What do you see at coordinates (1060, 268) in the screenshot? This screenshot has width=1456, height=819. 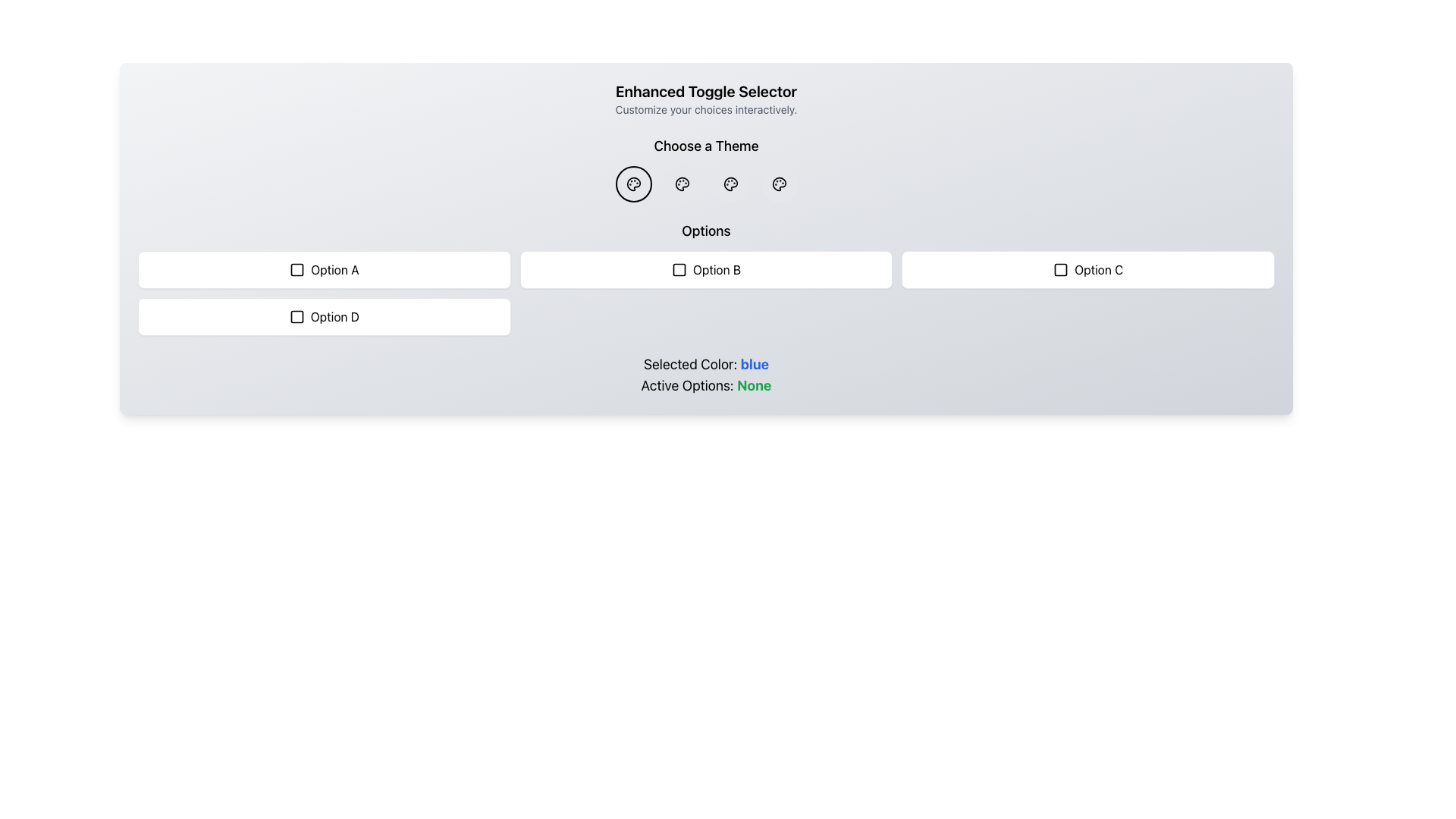 I see `the square checkbox icon located to the left of the text label 'Option C'` at bounding box center [1060, 268].